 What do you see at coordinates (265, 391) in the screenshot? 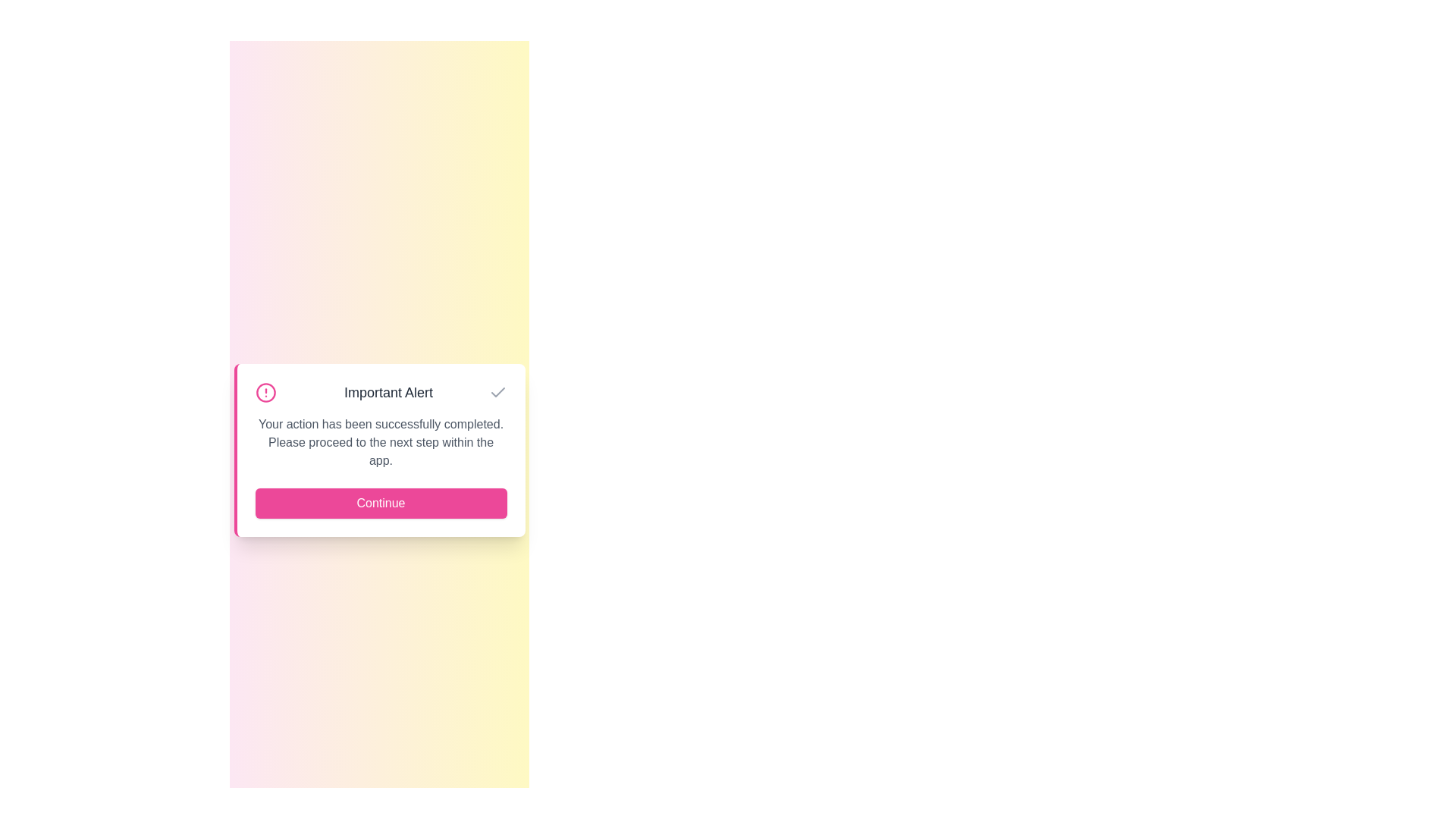
I see `the alert icon to interact with it` at bounding box center [265, 391].